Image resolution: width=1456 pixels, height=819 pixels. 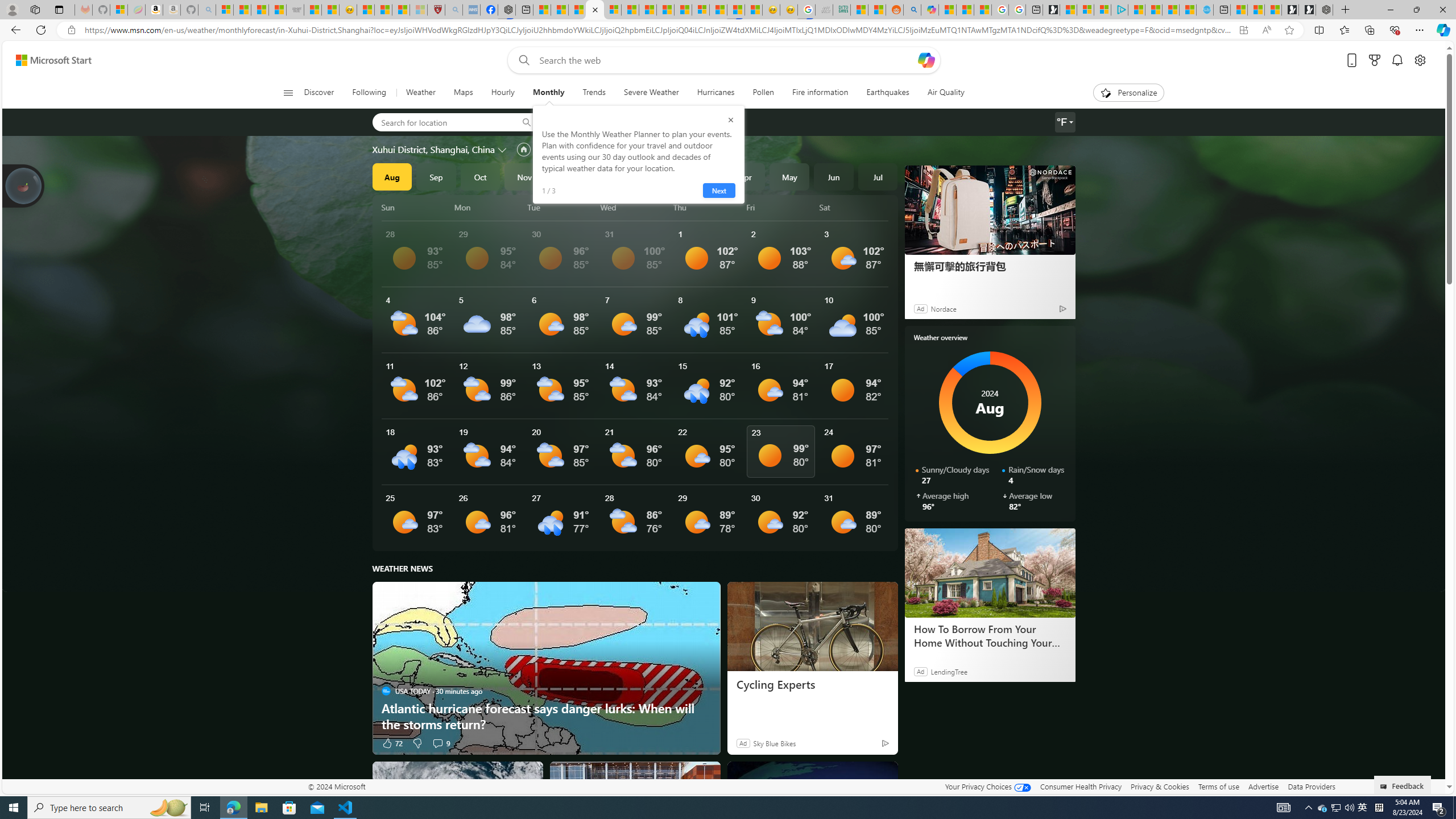 What do you see at coordinates (987, 786) in the screenshot?
I see `'Your Privacy Choices'` at bounding box center [987, 786].